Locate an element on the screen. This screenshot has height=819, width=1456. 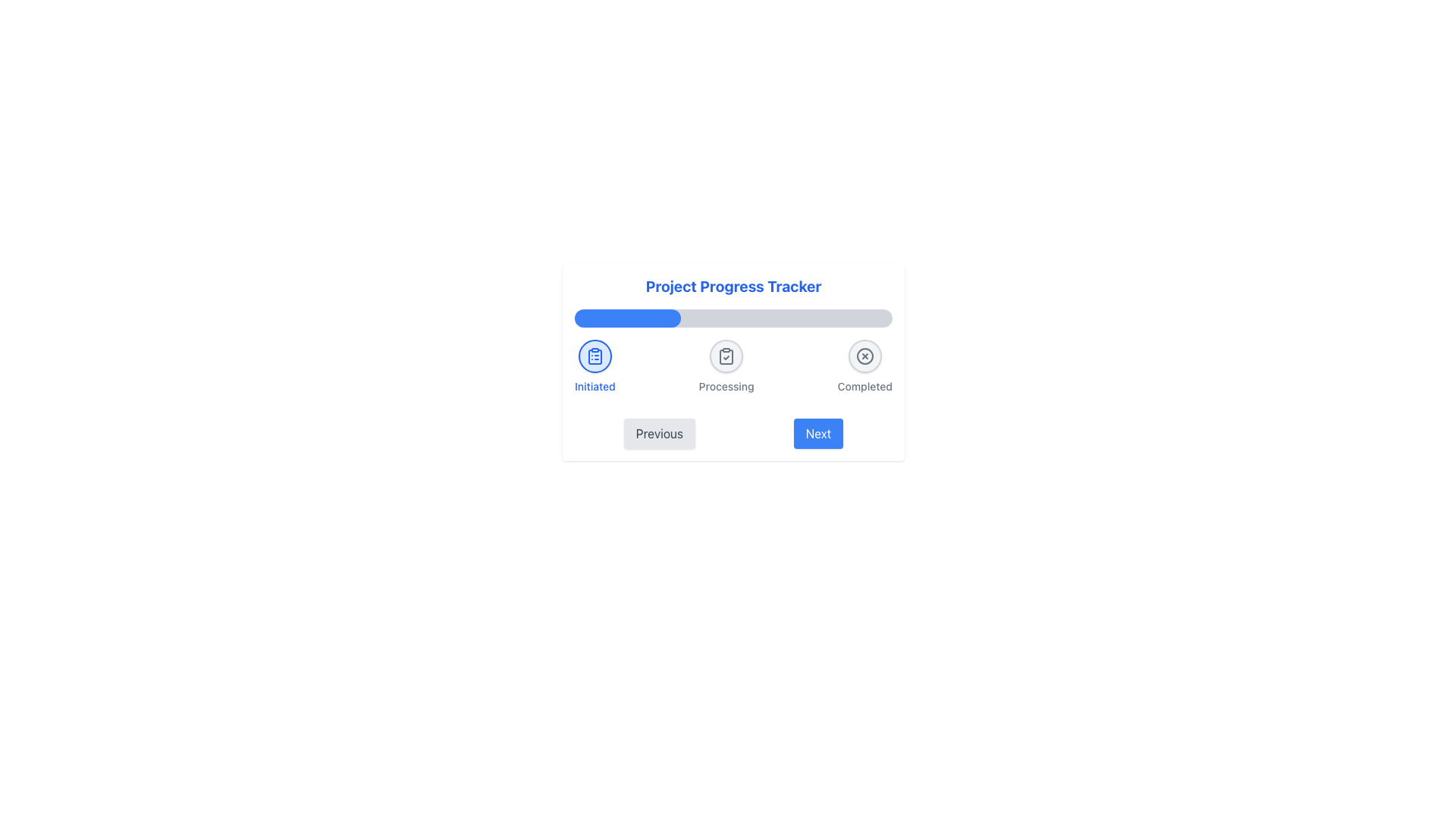
the 'Processing' label in the progress tracker, which is located centrally at the bottom of the middle step, directly below the clipboard icon is located at coordinates (726, 385).